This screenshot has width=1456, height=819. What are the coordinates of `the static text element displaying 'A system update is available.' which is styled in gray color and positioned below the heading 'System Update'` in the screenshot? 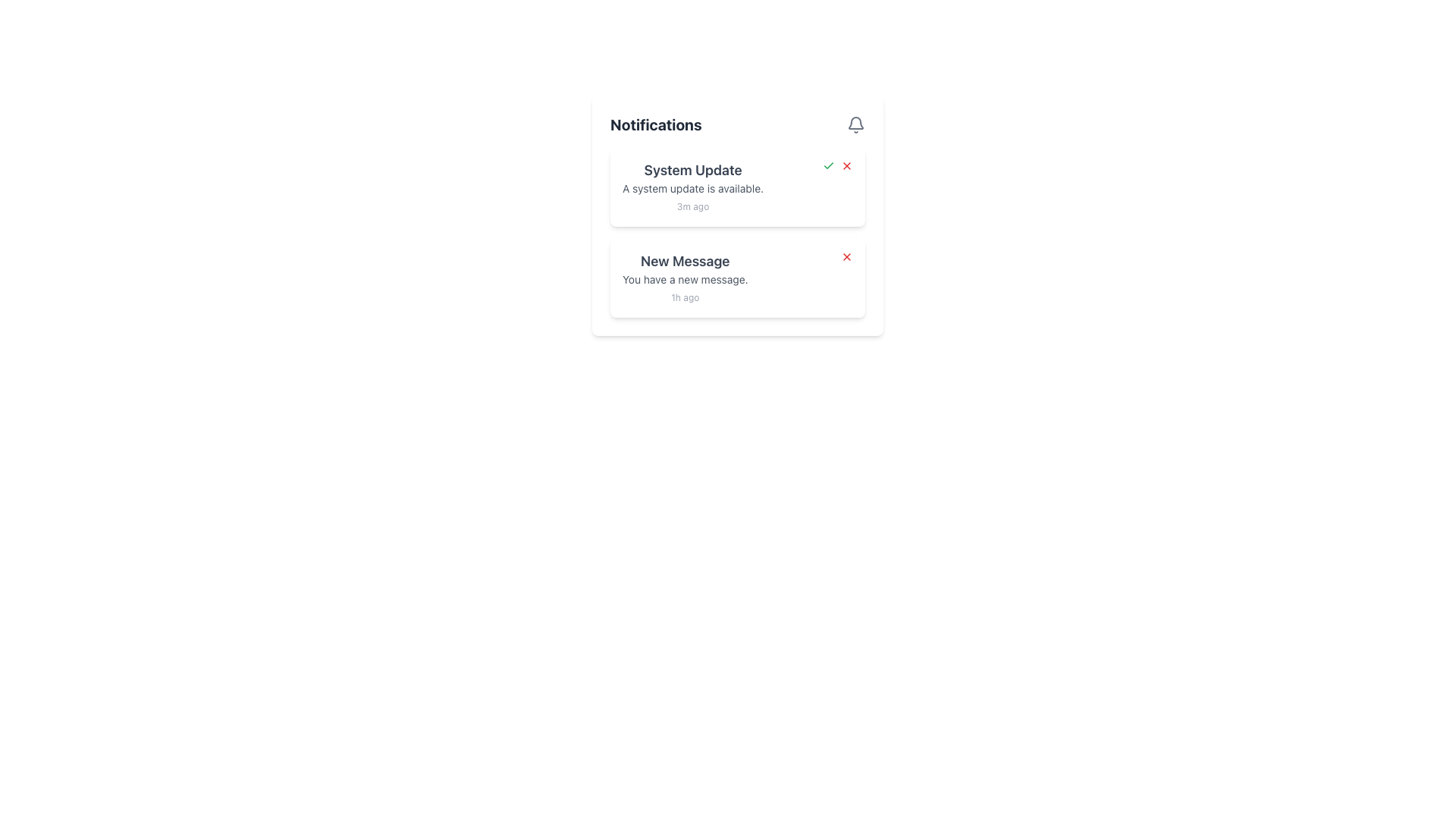 It's located at (692, 188).